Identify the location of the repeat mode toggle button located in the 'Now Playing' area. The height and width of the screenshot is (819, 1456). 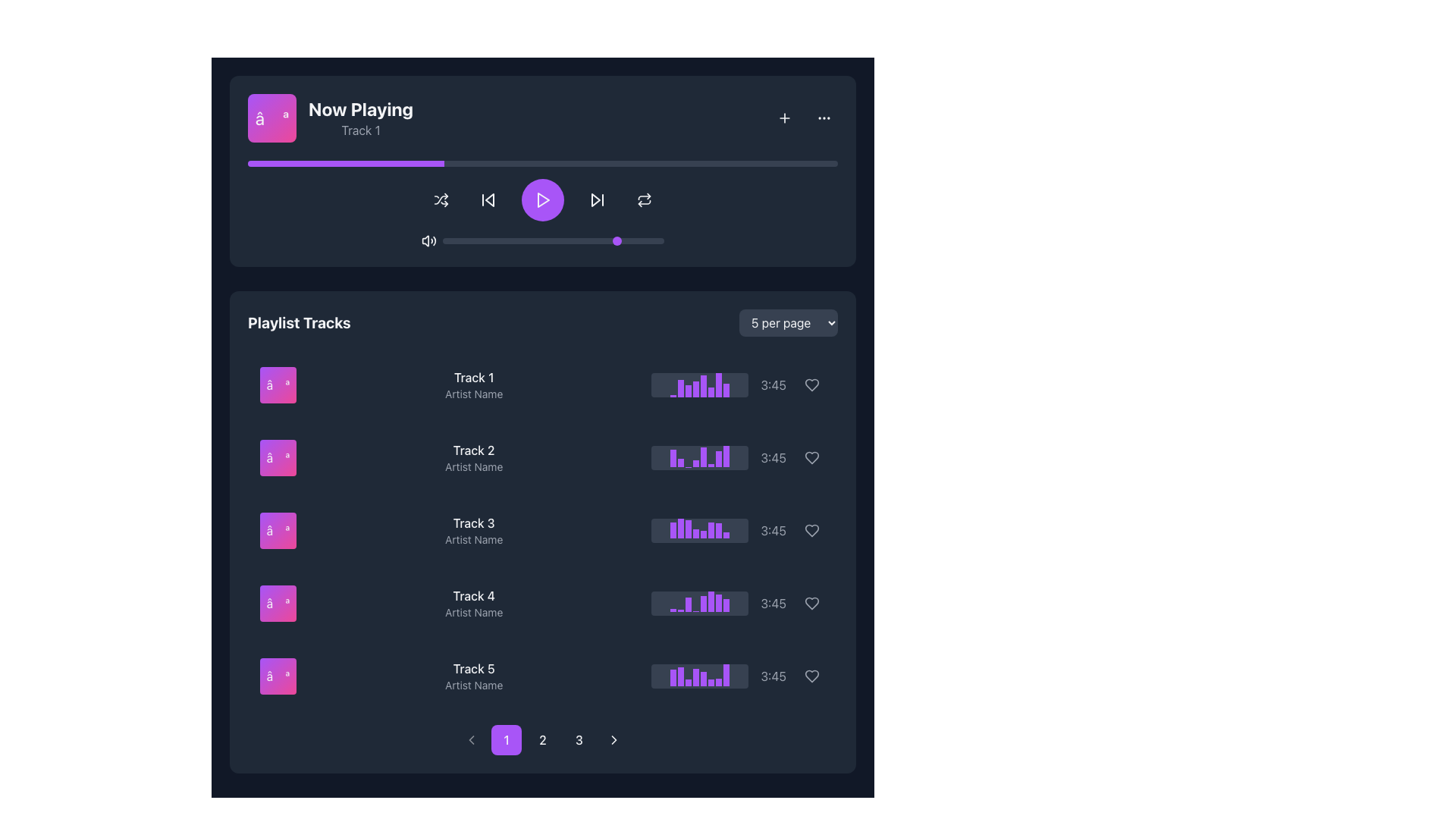
(644, 199).